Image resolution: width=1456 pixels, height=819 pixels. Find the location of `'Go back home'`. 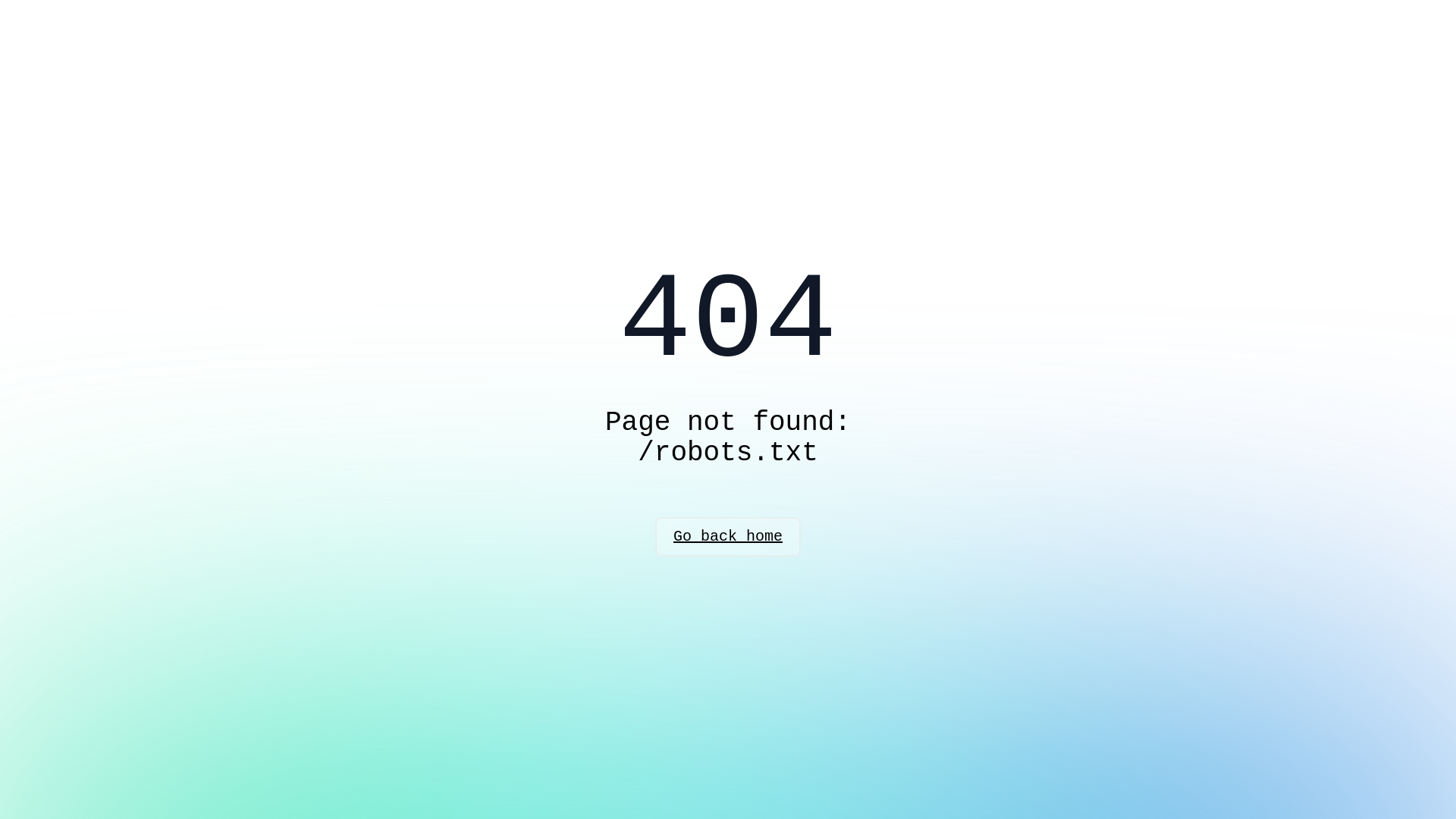

'Go back home' is located at coordinates (728, 536).